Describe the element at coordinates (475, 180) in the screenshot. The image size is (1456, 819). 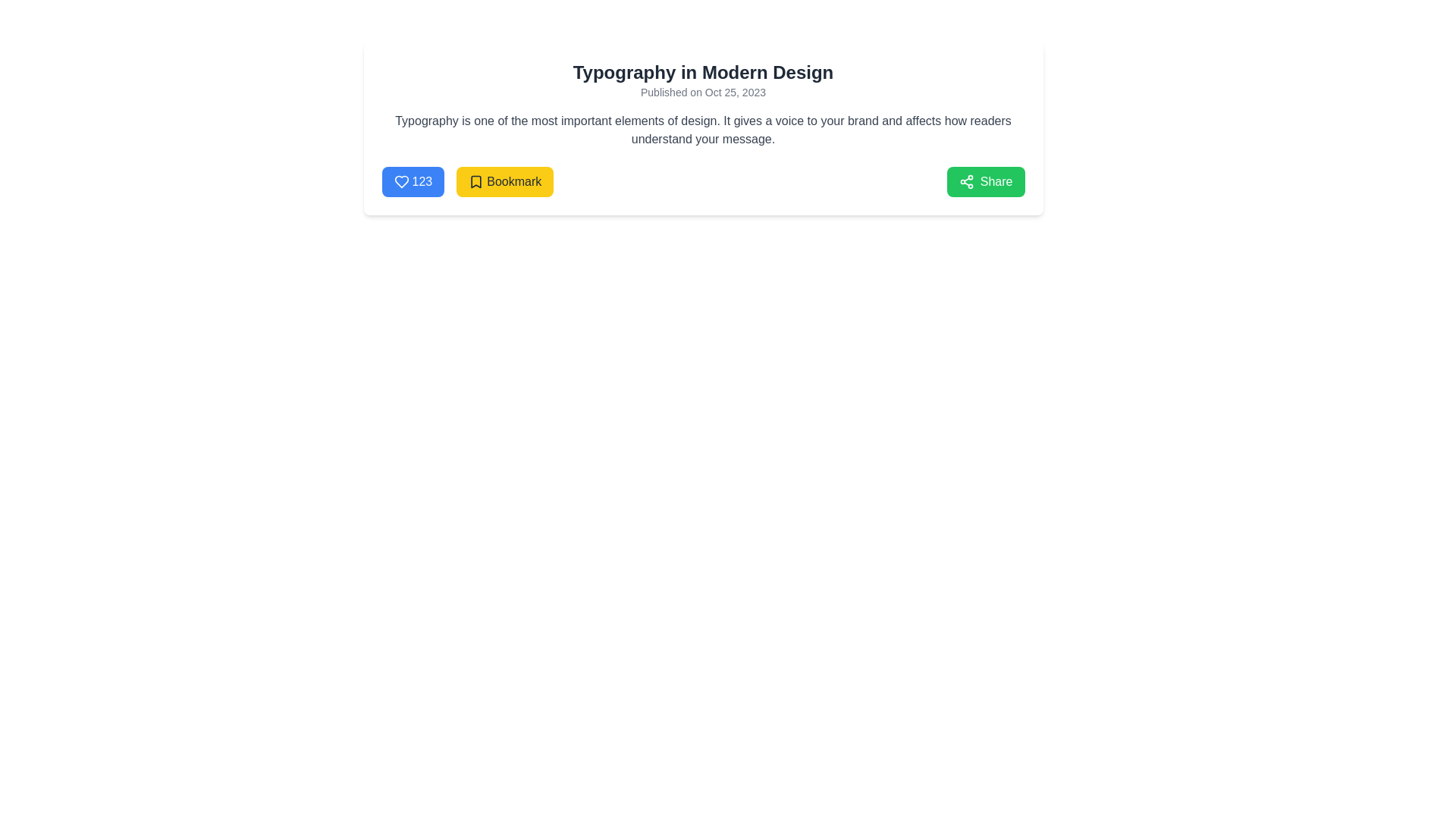
I see `the bookmark SVG icon located within the yellow rectangular button labeled 'Bookmark' in the horizontal toolbar below the title 'Typography in Modern Design'` at that location.